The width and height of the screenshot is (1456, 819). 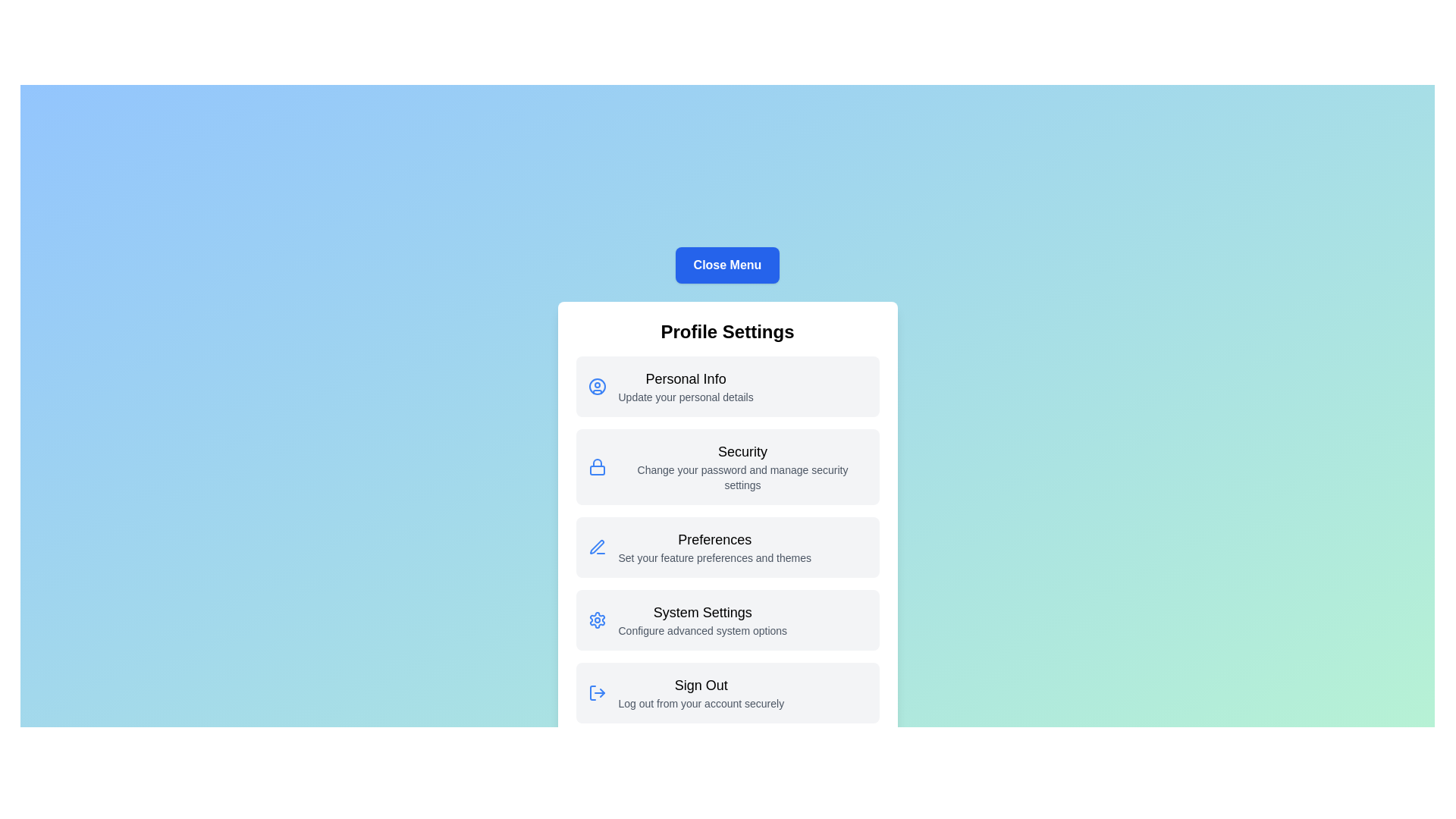 I want to click on the icon associated with the menu item Personal Info, so click(x=596, y=385).